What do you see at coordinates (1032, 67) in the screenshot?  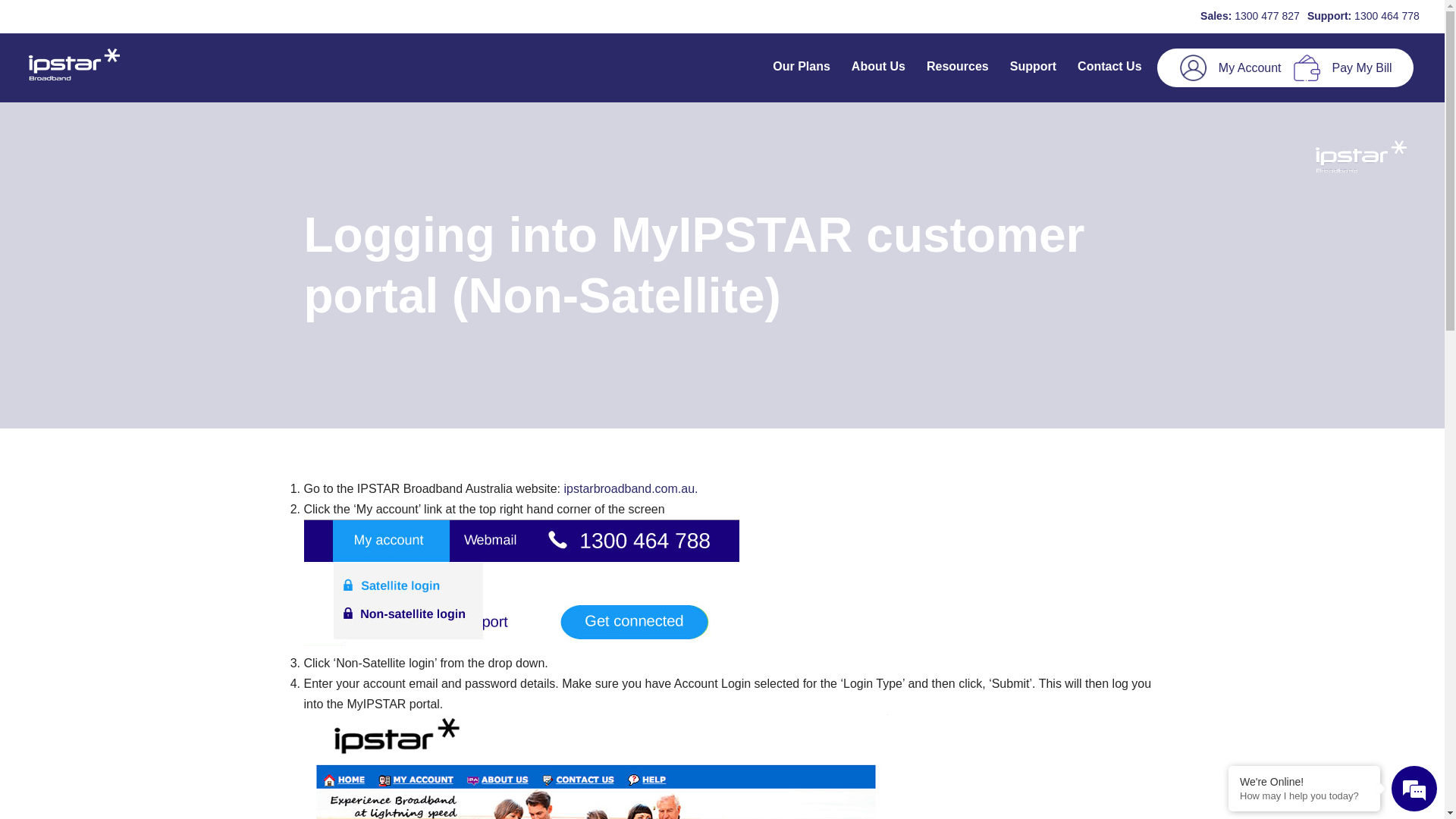 I see `'Support'` at bounding box center [1032, 67].